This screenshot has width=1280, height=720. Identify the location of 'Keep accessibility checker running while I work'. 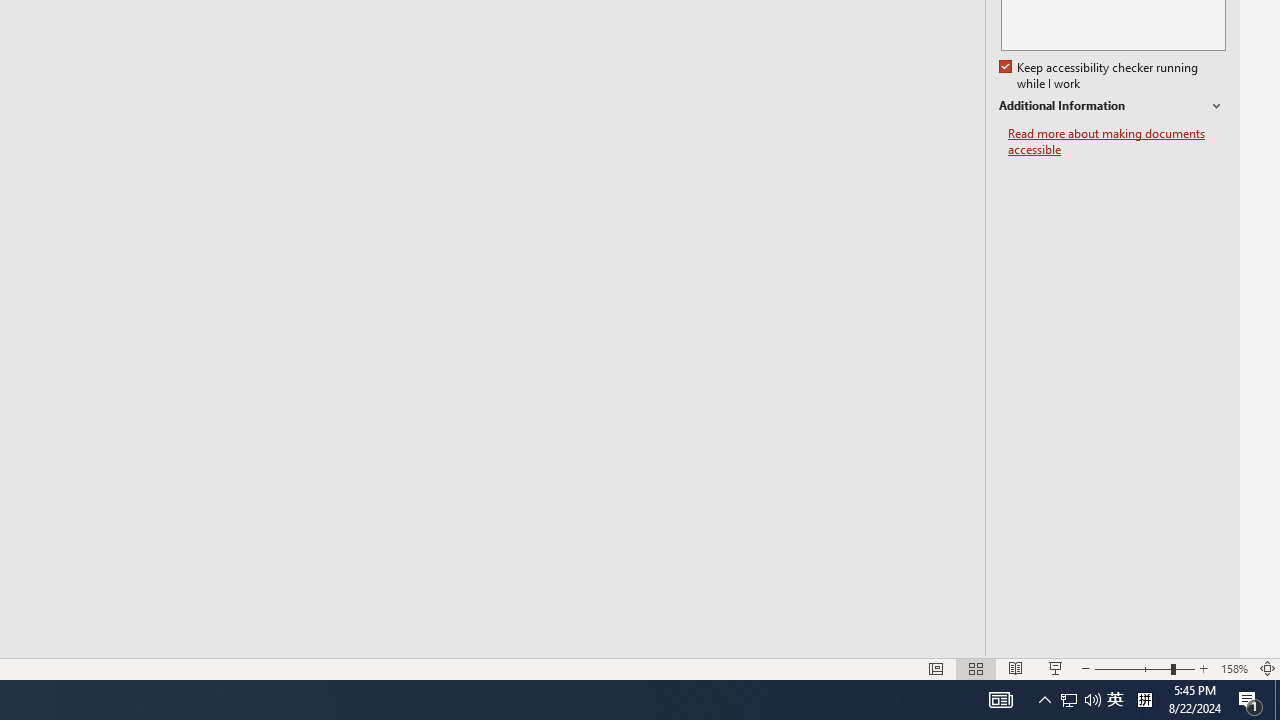
(1099, 75).